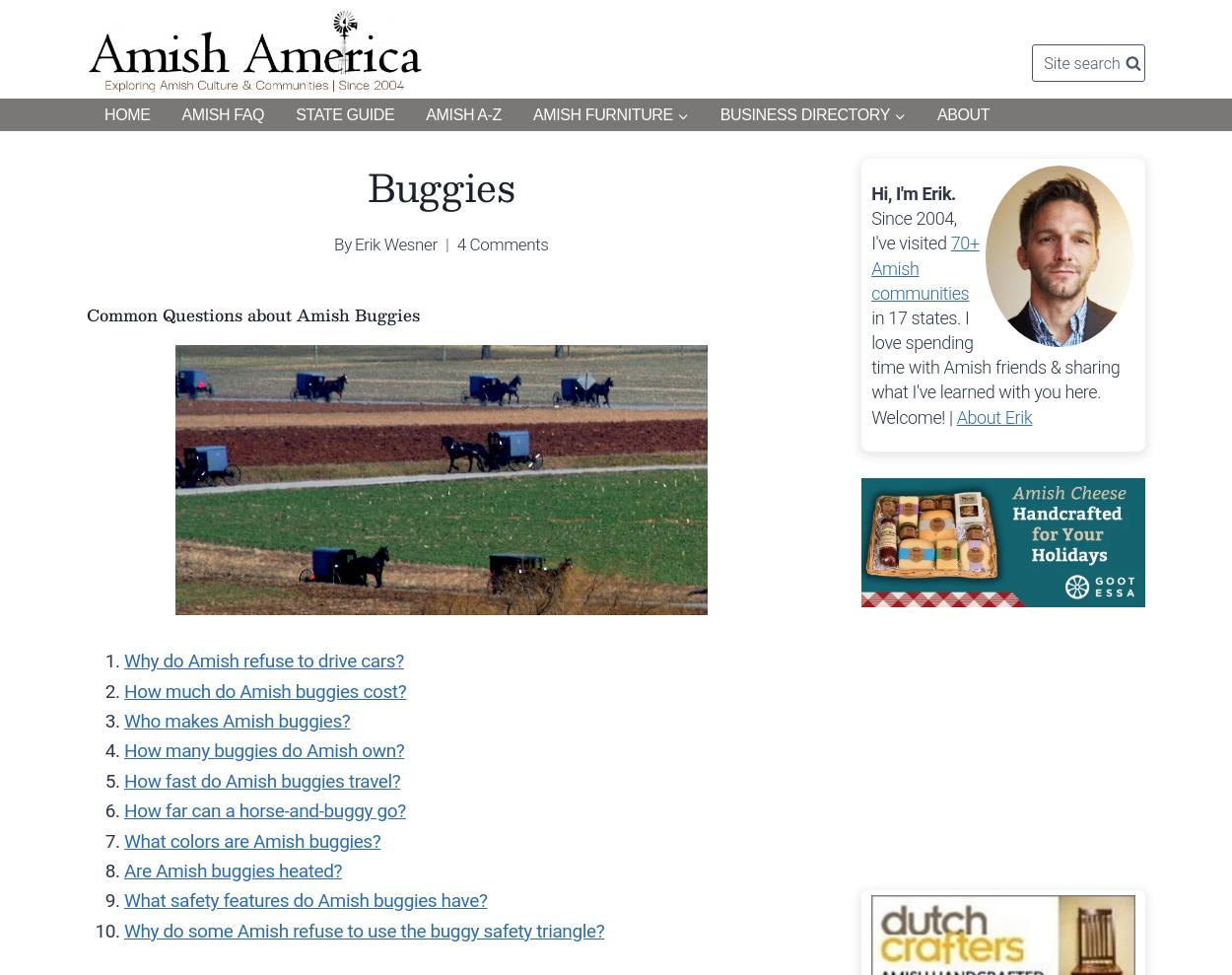 This screenshot has height=975, width=1232. I want to click on 'How much do Amish buggies cost?', so click(265, 689).